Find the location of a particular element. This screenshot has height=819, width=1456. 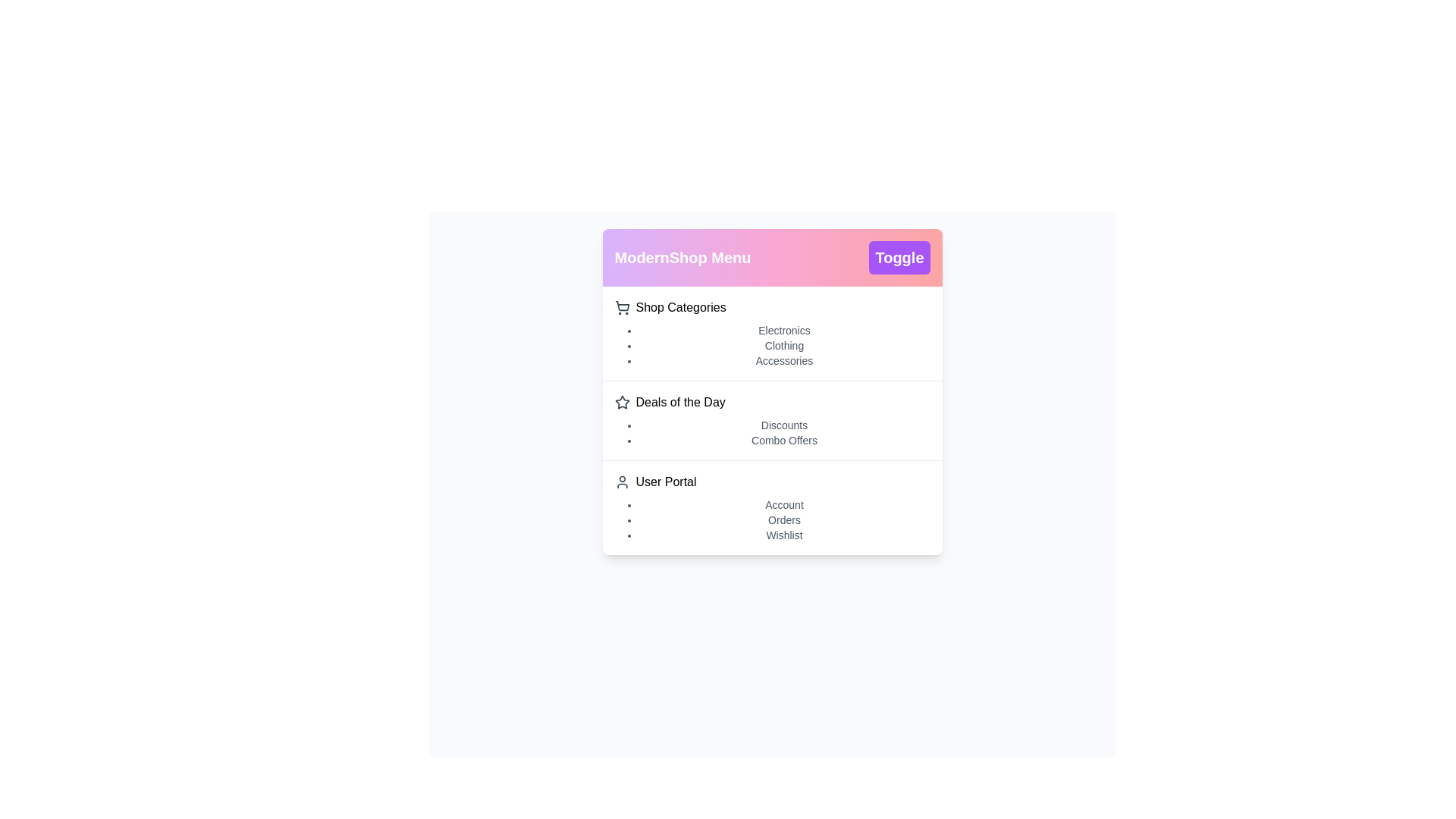

the 'Toggle' button to toggle the menu visibility is located at coordinates (899, 256).